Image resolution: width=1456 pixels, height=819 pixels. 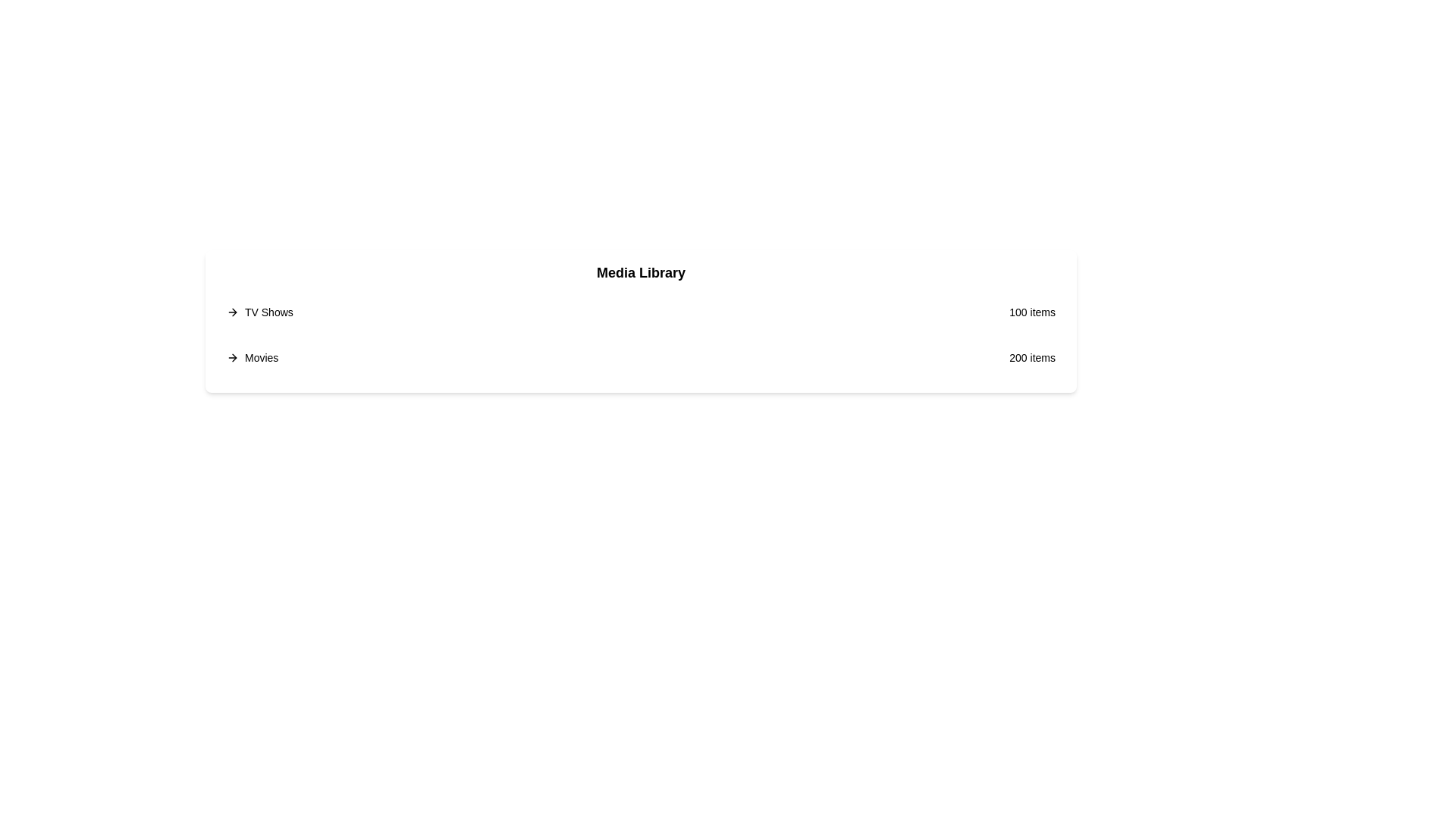 What do you see at coordinates (1031, 357) in the screenshot?
I see `the text label indicating the quantity of items, specifically showing '200 items', located in the bottom right corner of the 'Movies' section` at bounding box center [1031, 357].